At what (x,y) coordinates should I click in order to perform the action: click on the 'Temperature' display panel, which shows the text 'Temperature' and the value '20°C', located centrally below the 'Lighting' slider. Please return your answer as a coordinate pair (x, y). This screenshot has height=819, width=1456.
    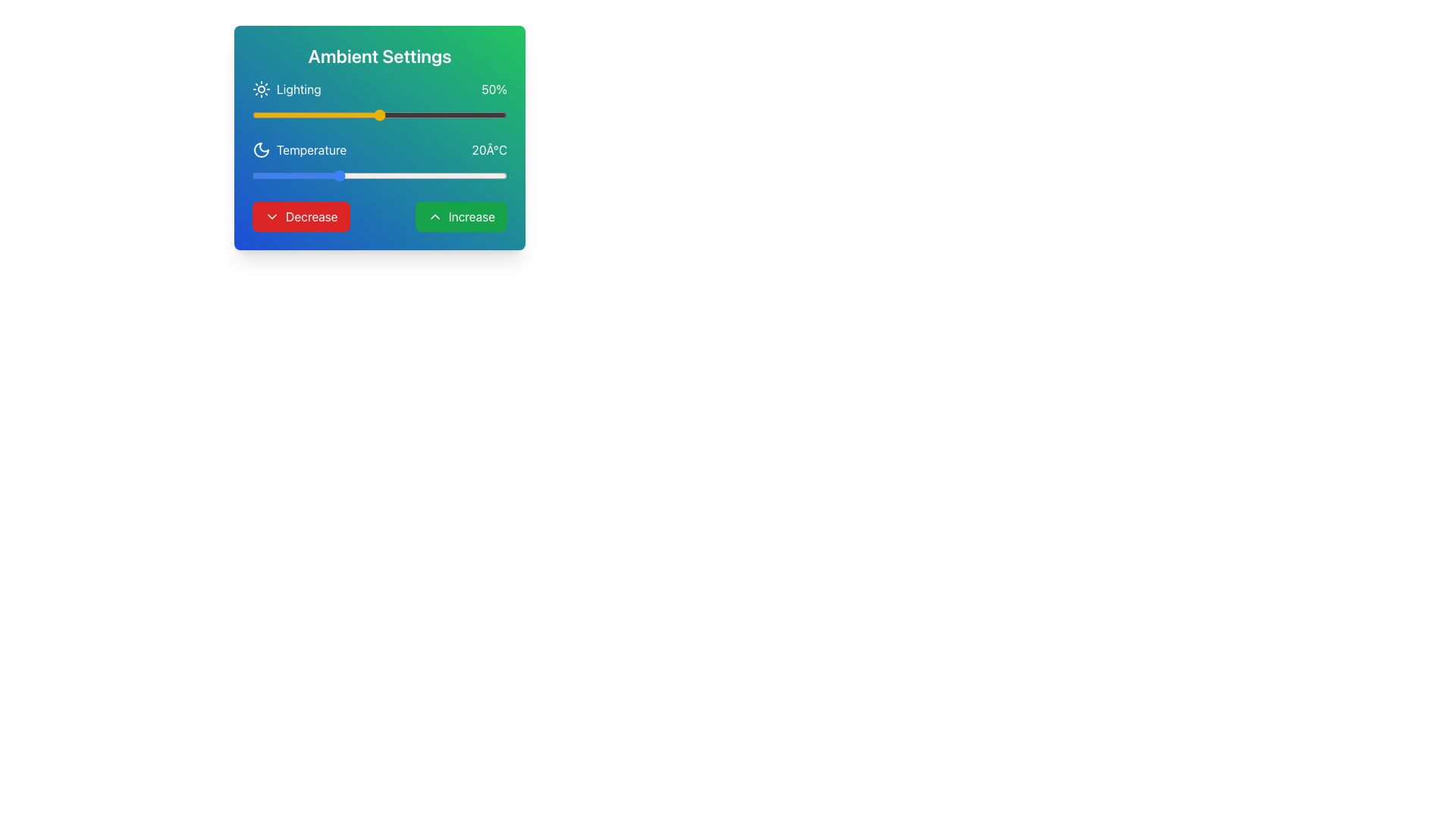
    Looking at the image, I should click on (379, 149).